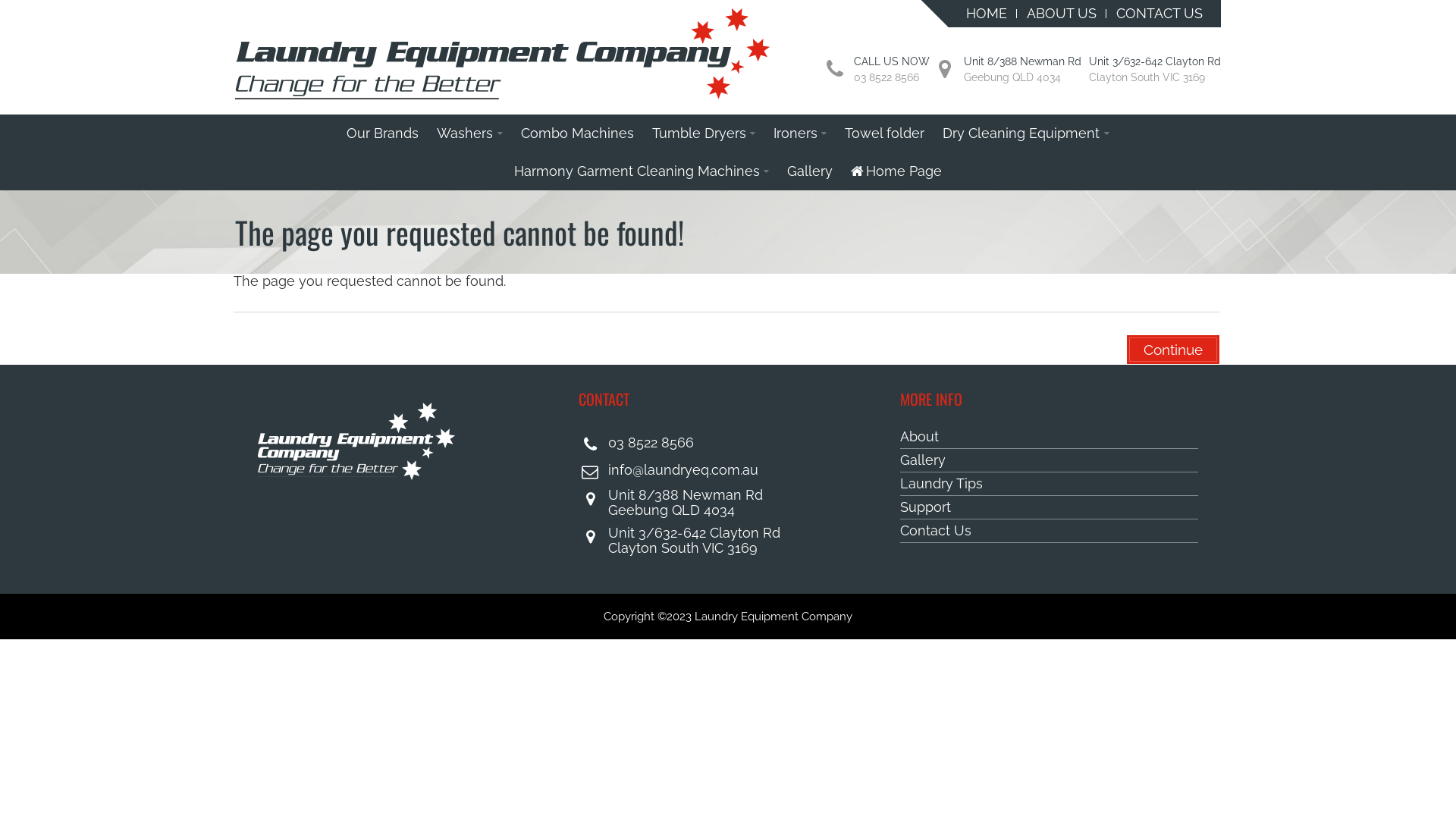  Describe the element at coordinates (643, 133) in the screenshot. I see `'Tumble Dryers'` at that location.